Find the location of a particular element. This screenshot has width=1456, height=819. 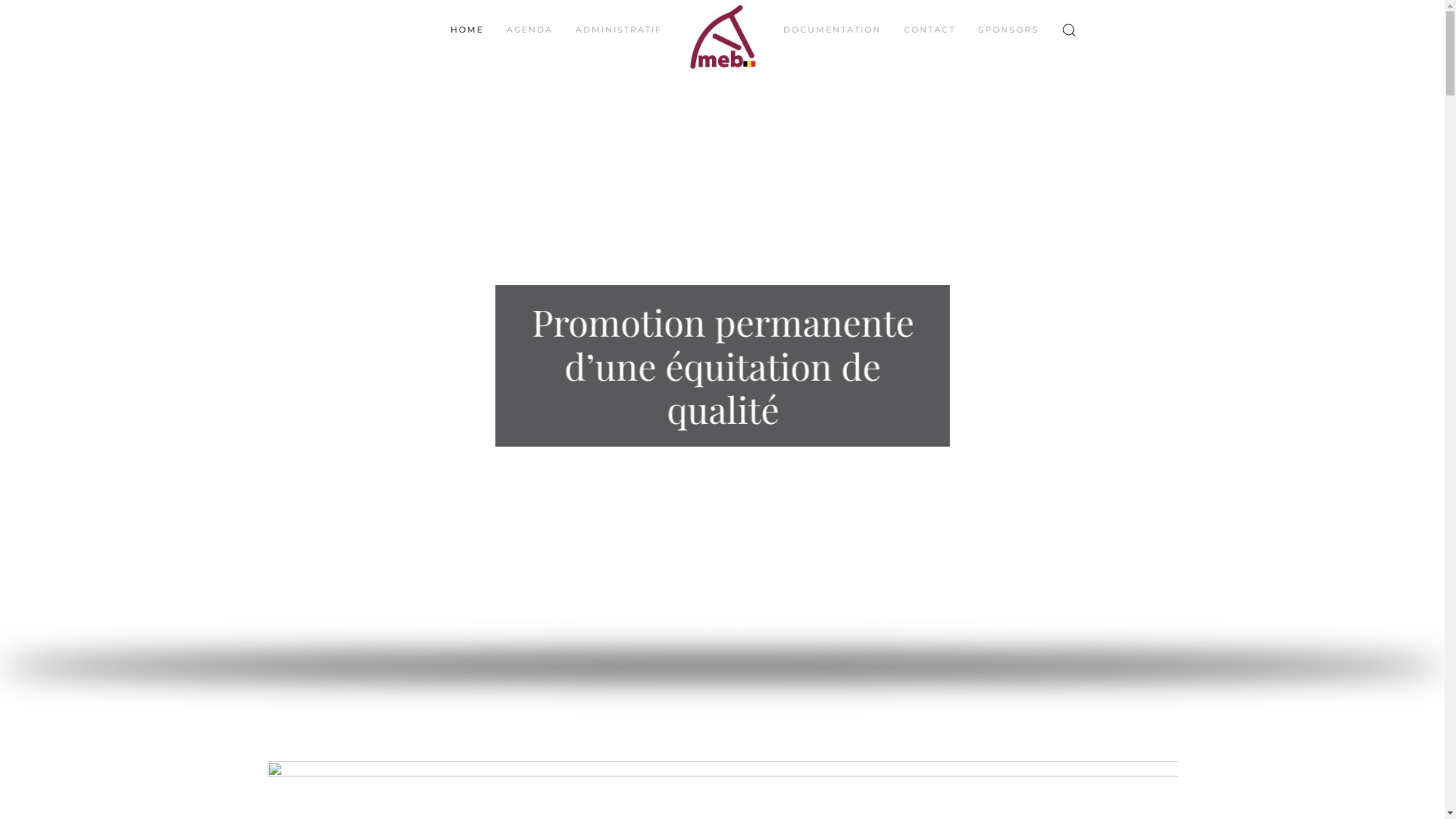

'HOME' is located at coordinates (466, 30).